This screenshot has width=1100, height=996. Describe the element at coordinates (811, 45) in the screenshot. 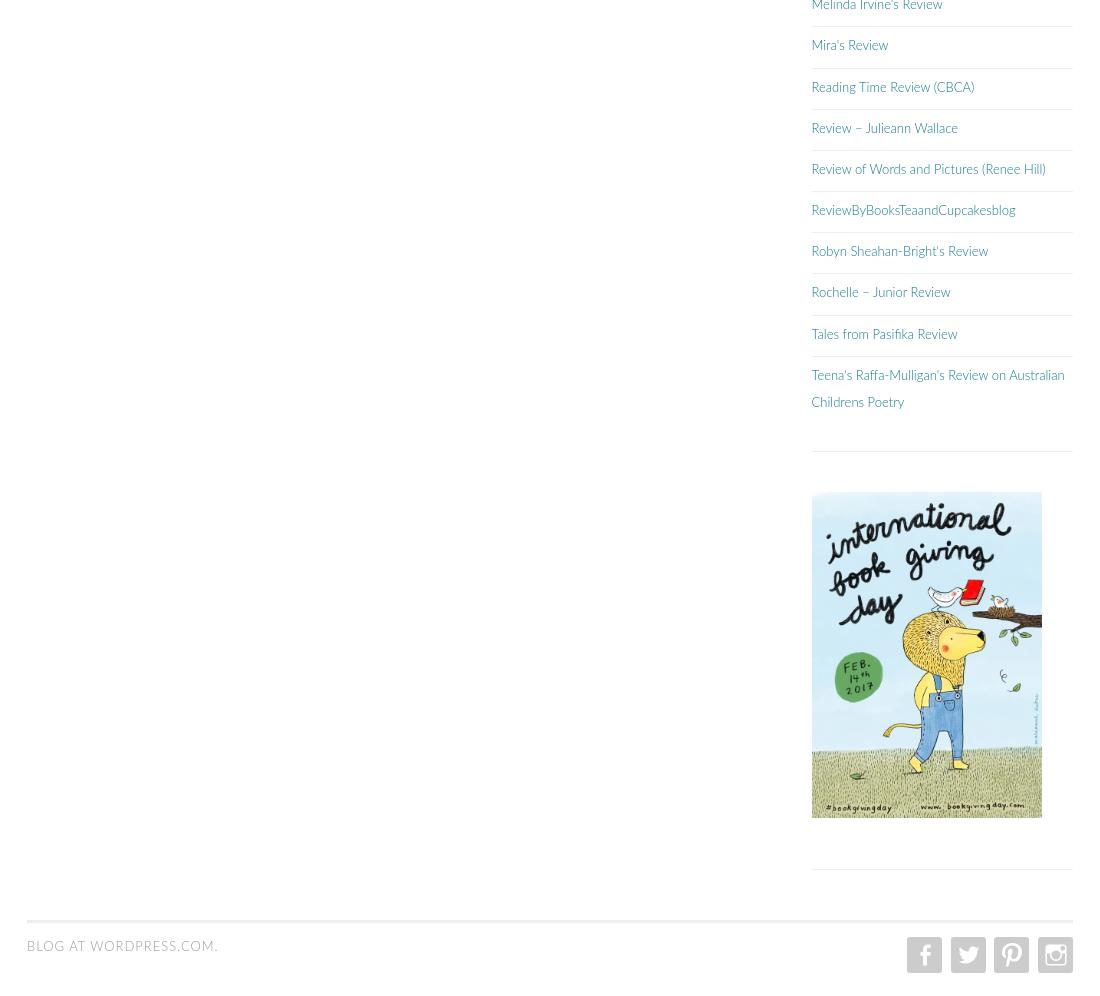

I see `'Mira's Review'` at that location.